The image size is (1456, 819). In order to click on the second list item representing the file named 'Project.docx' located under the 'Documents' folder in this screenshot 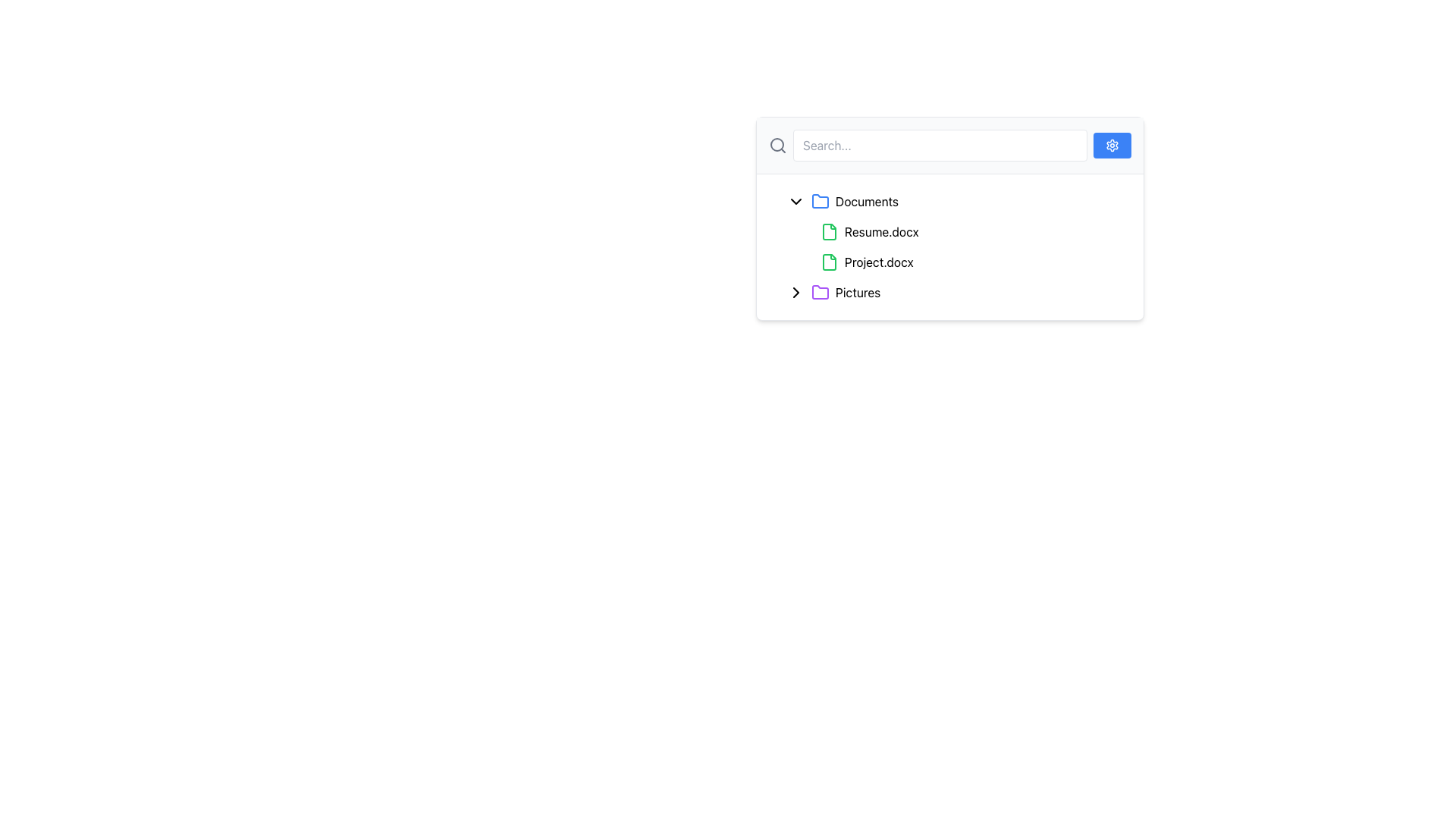, I will do `click(961, 262)`.